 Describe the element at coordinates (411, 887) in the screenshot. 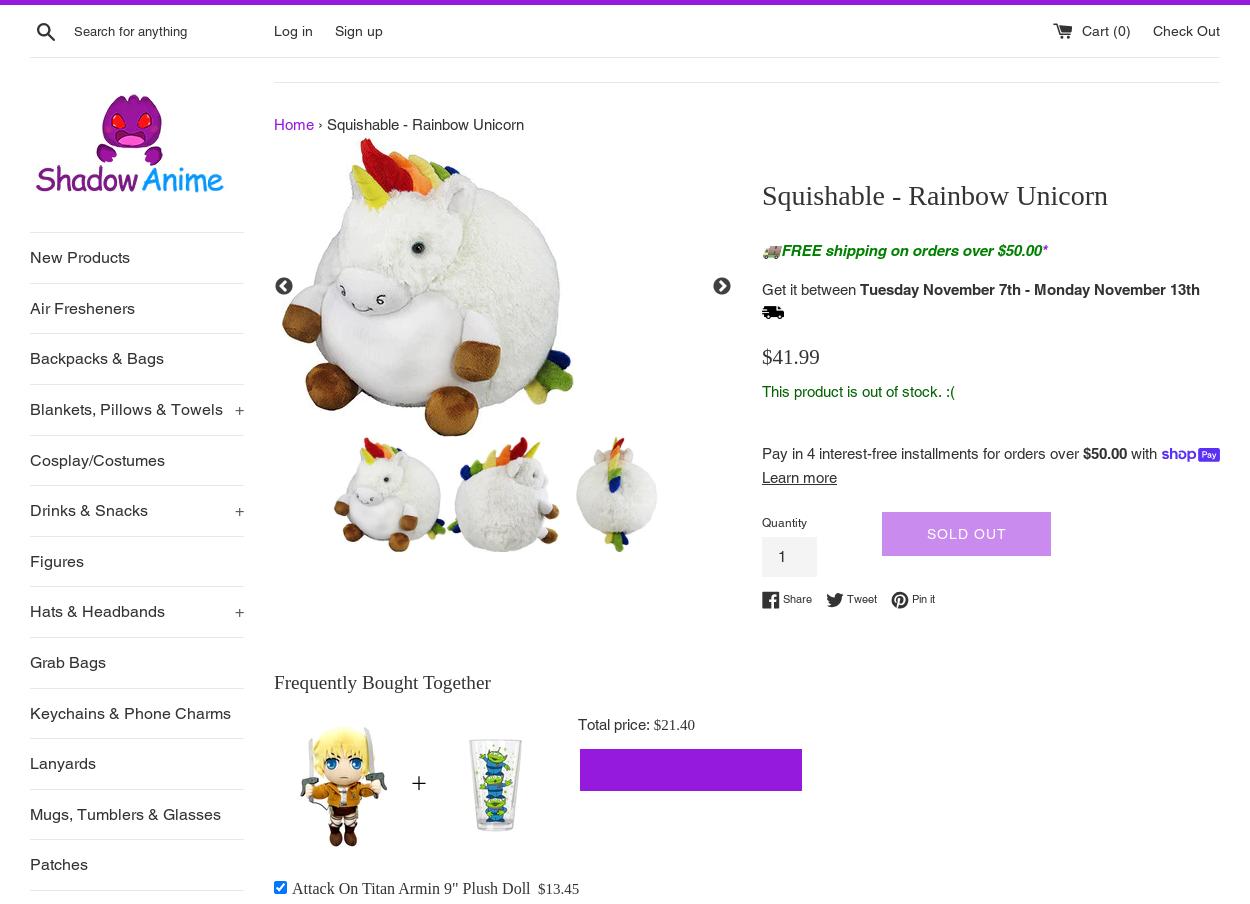

I see `'Attack On Titan Armin 9" Plush Doll'` at that location.